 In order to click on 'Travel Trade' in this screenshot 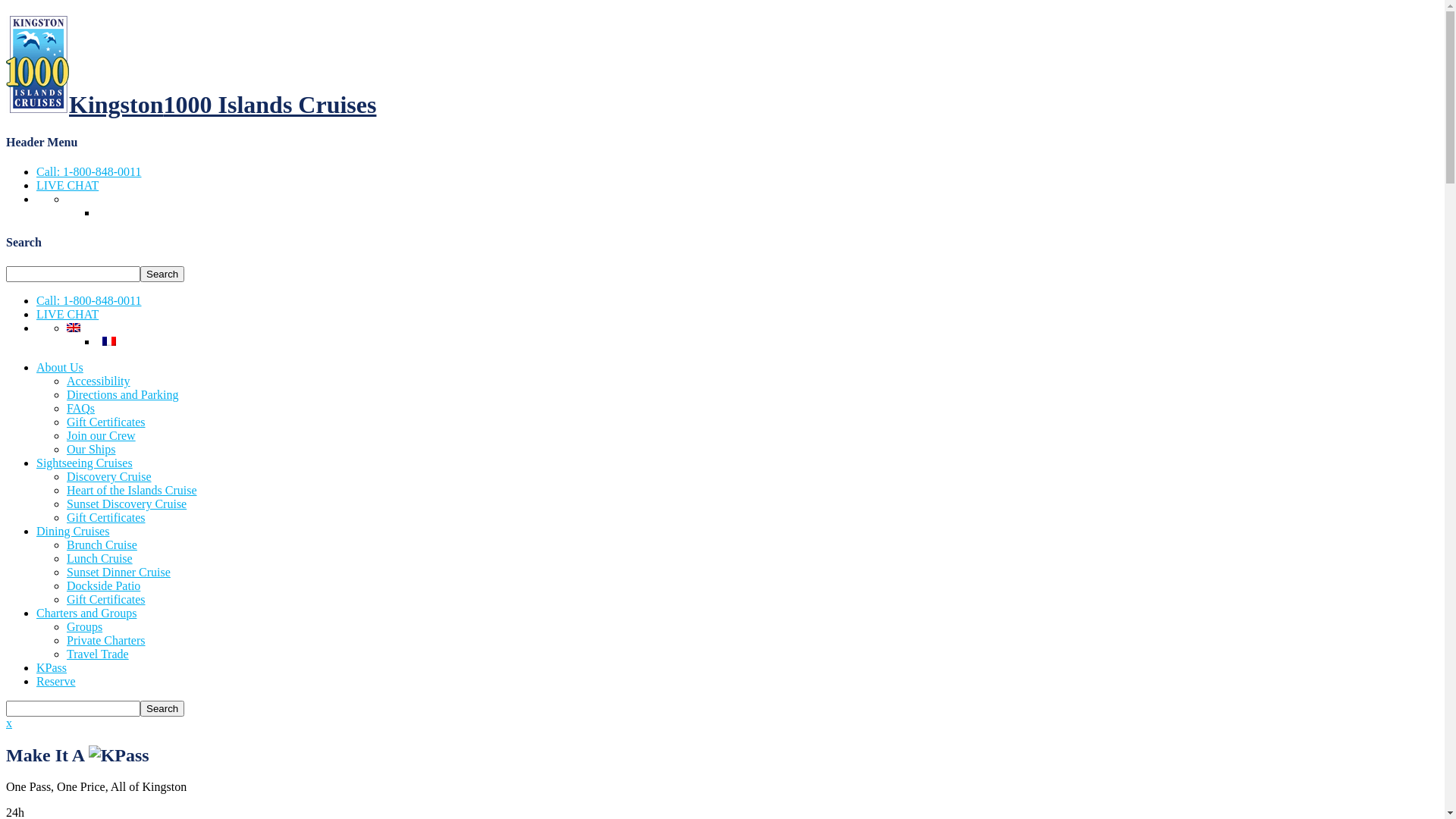, I will do `click(97, 653)`.